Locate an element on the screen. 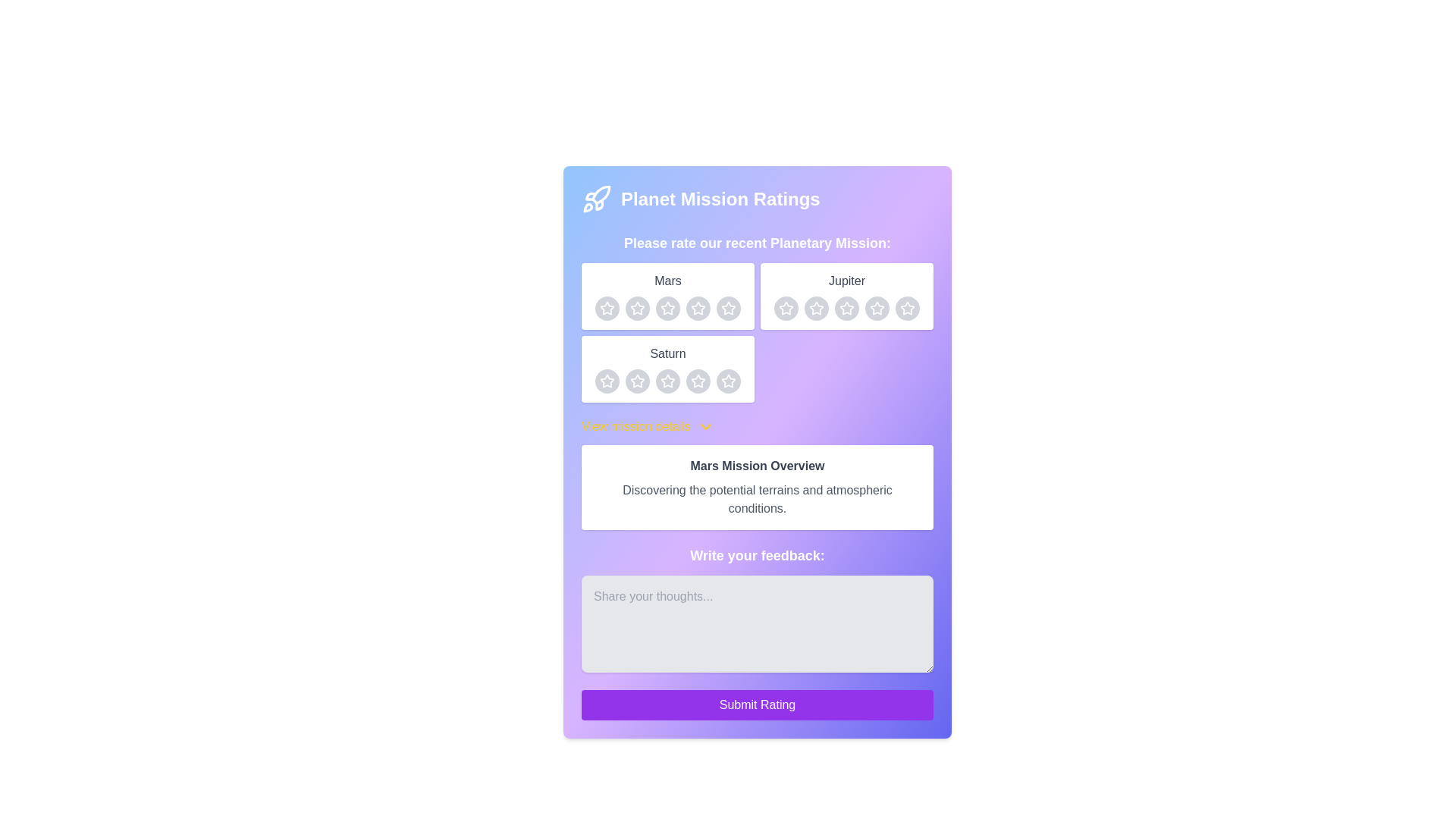  the first star in the third row under the Saturn section of the rating star component is located at coordinates (698, 380).